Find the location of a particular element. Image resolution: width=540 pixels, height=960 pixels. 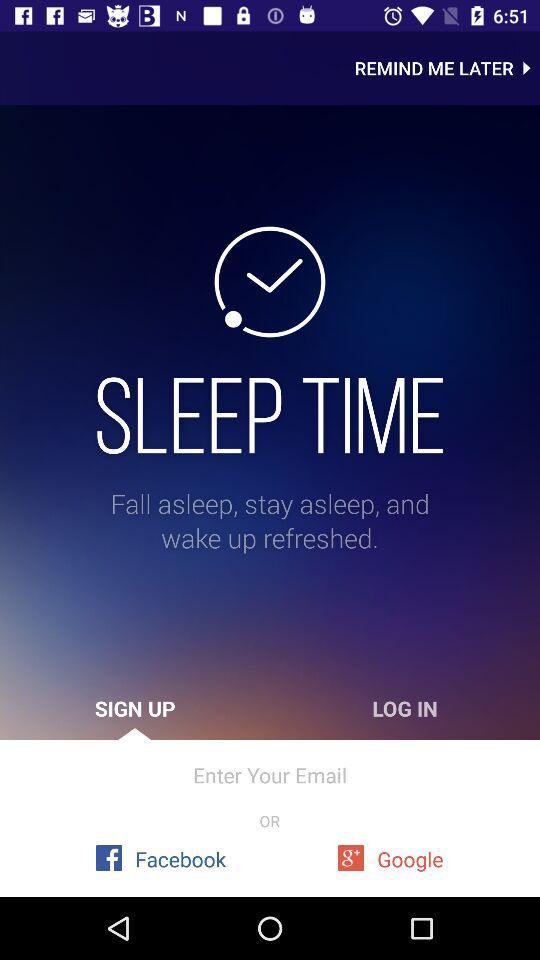

remind me later is located at coordinates (447, 68).